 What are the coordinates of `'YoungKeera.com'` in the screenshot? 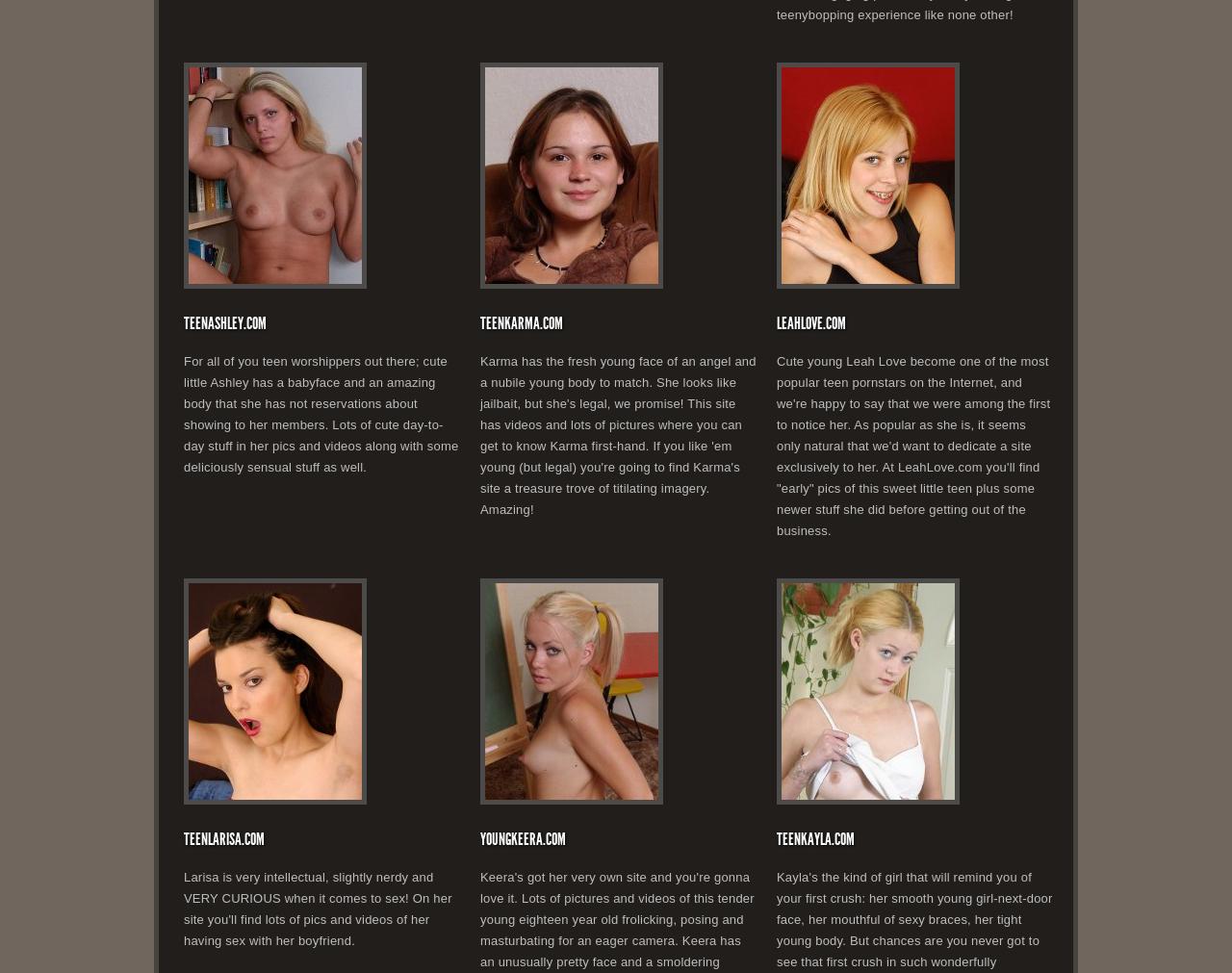 It's located at (523, 838).